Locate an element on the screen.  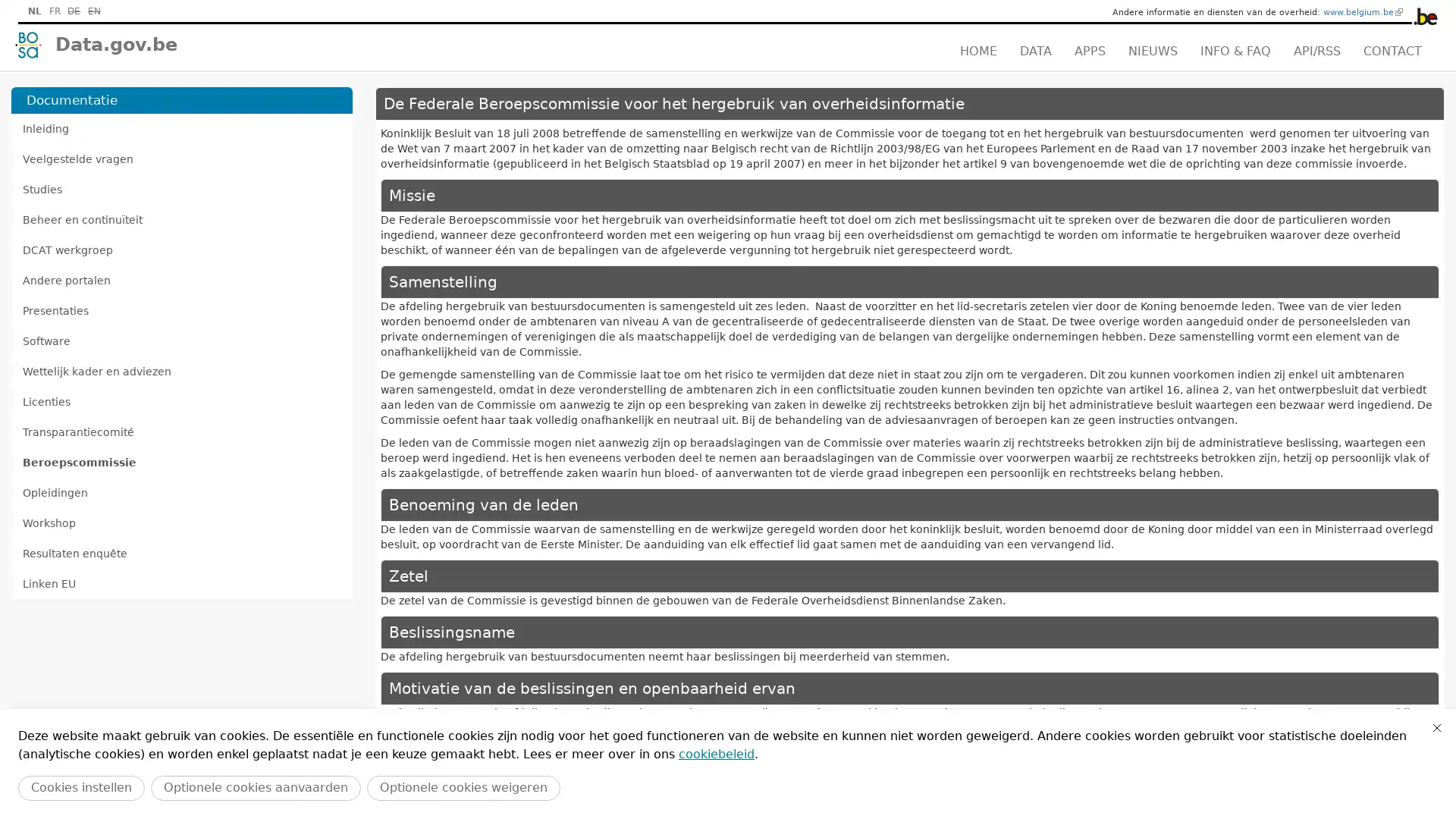
Optionele cookies aanvaarden is located at coordinates (256, 787).